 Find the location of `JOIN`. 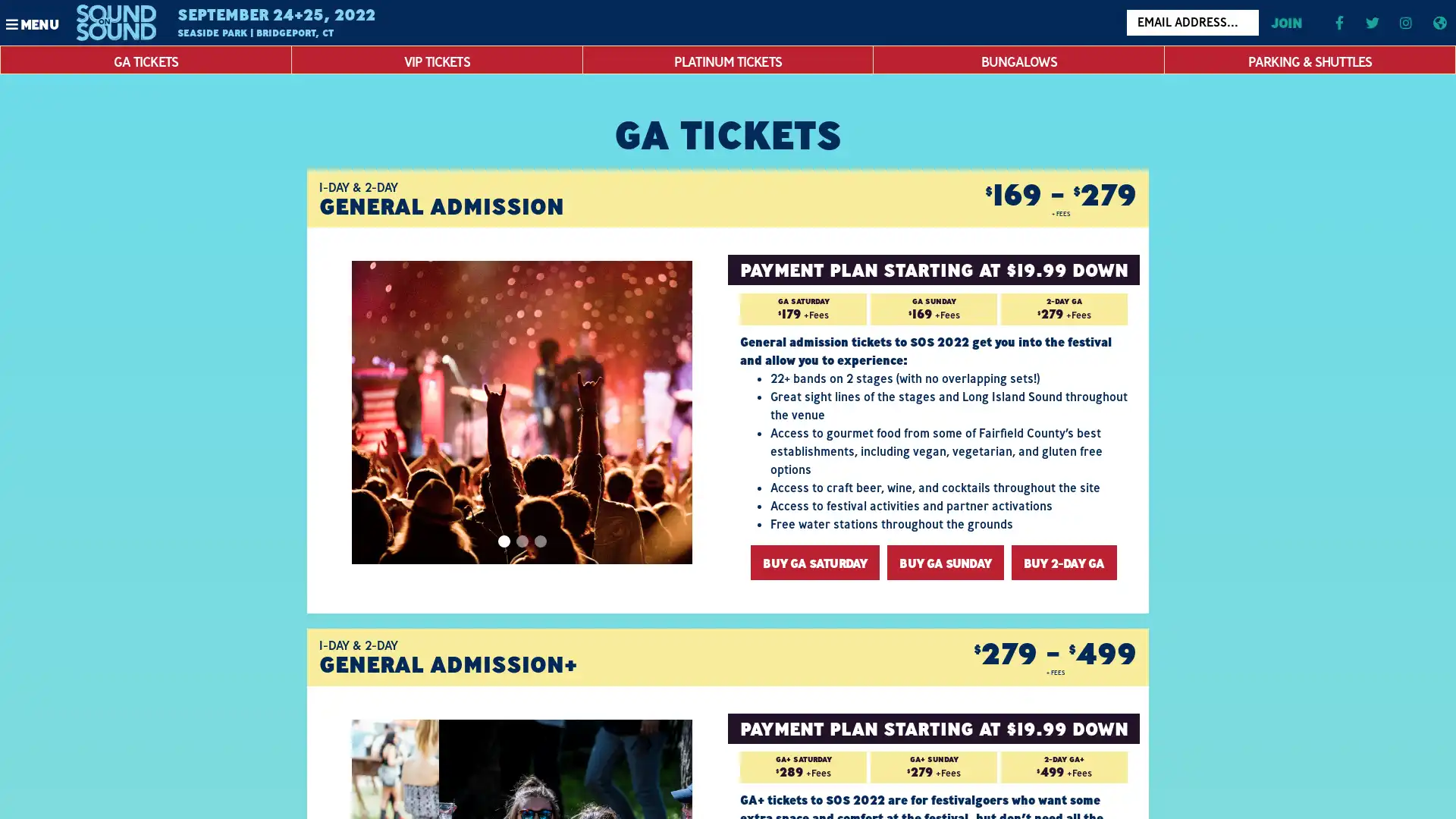

JOIN is located at coordinates (1285, 22).